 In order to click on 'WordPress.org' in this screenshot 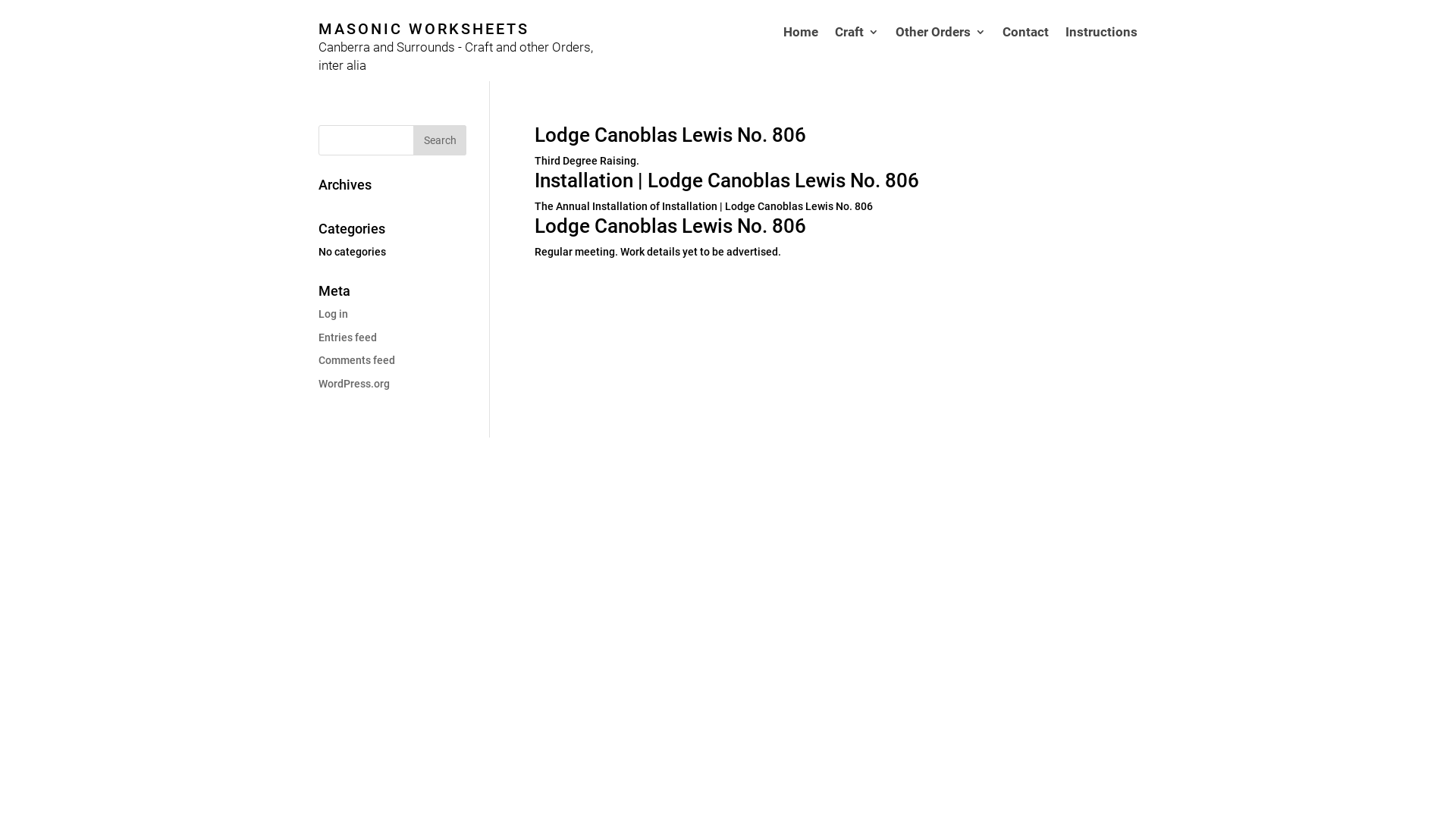, I will do `click(318, 382)`.